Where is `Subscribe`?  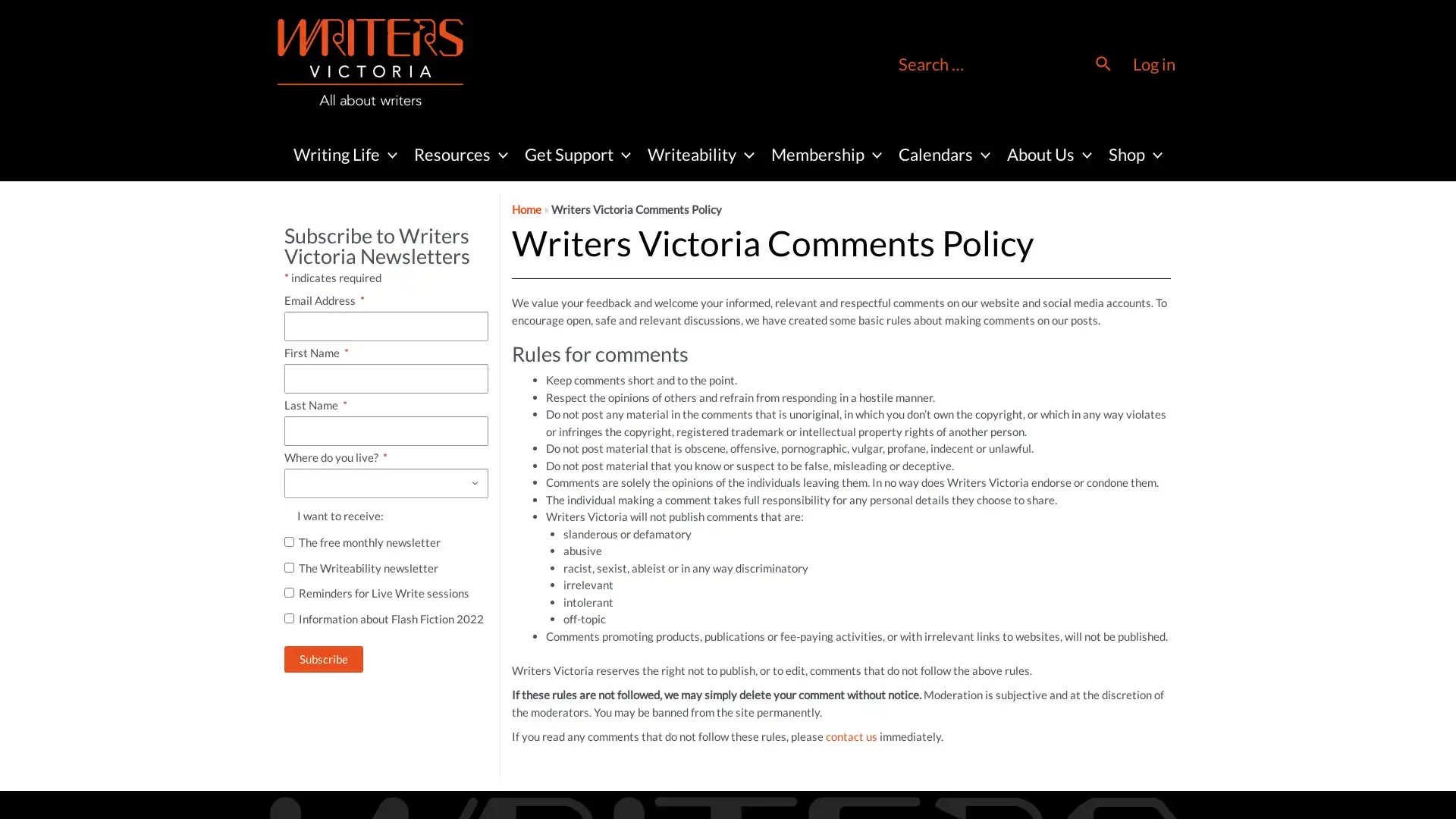 Subscribe is located at coordinates (323, 658).